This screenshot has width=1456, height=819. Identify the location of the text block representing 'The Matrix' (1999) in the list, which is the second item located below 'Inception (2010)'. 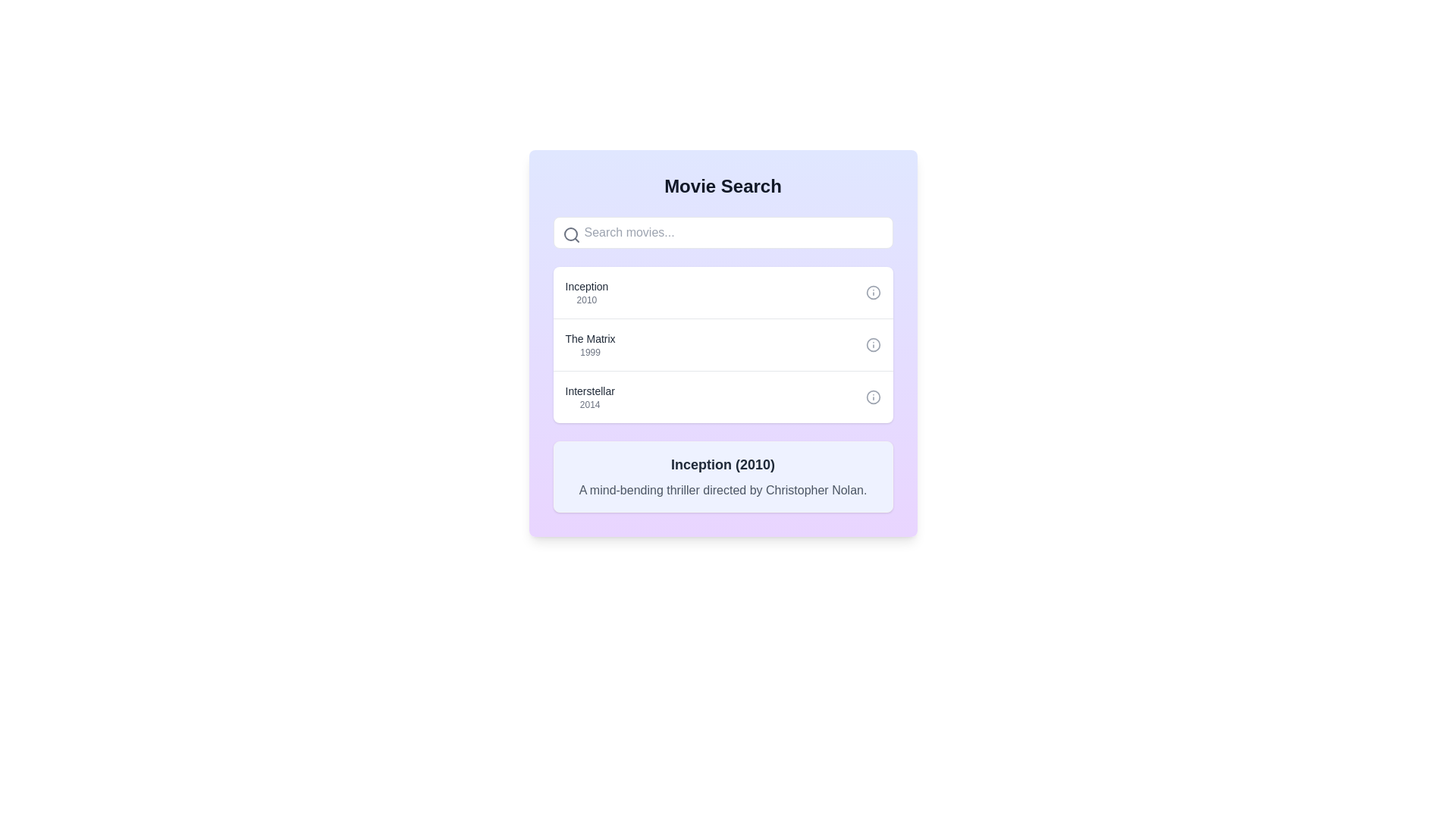
(589, 345).